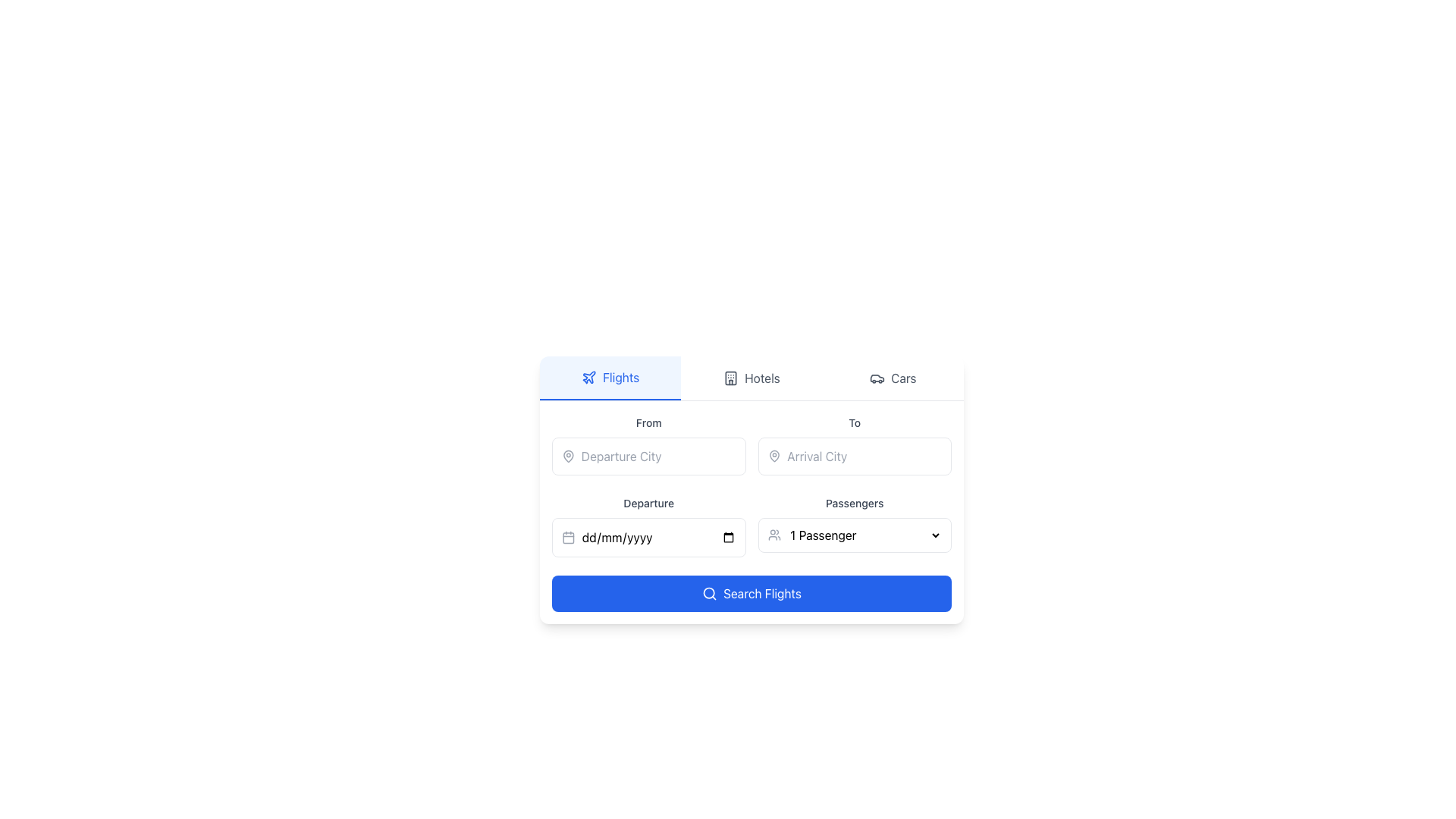 This screenshot has width=1456, height=819. Describe the element at coordinates (774, 534) in the screenshot. I see `the icon representing a group of people, which is styled in a line-based format and located to the left of the 'Passenger' dropdown menu in the 'Passengers' section of the interface` at that location.